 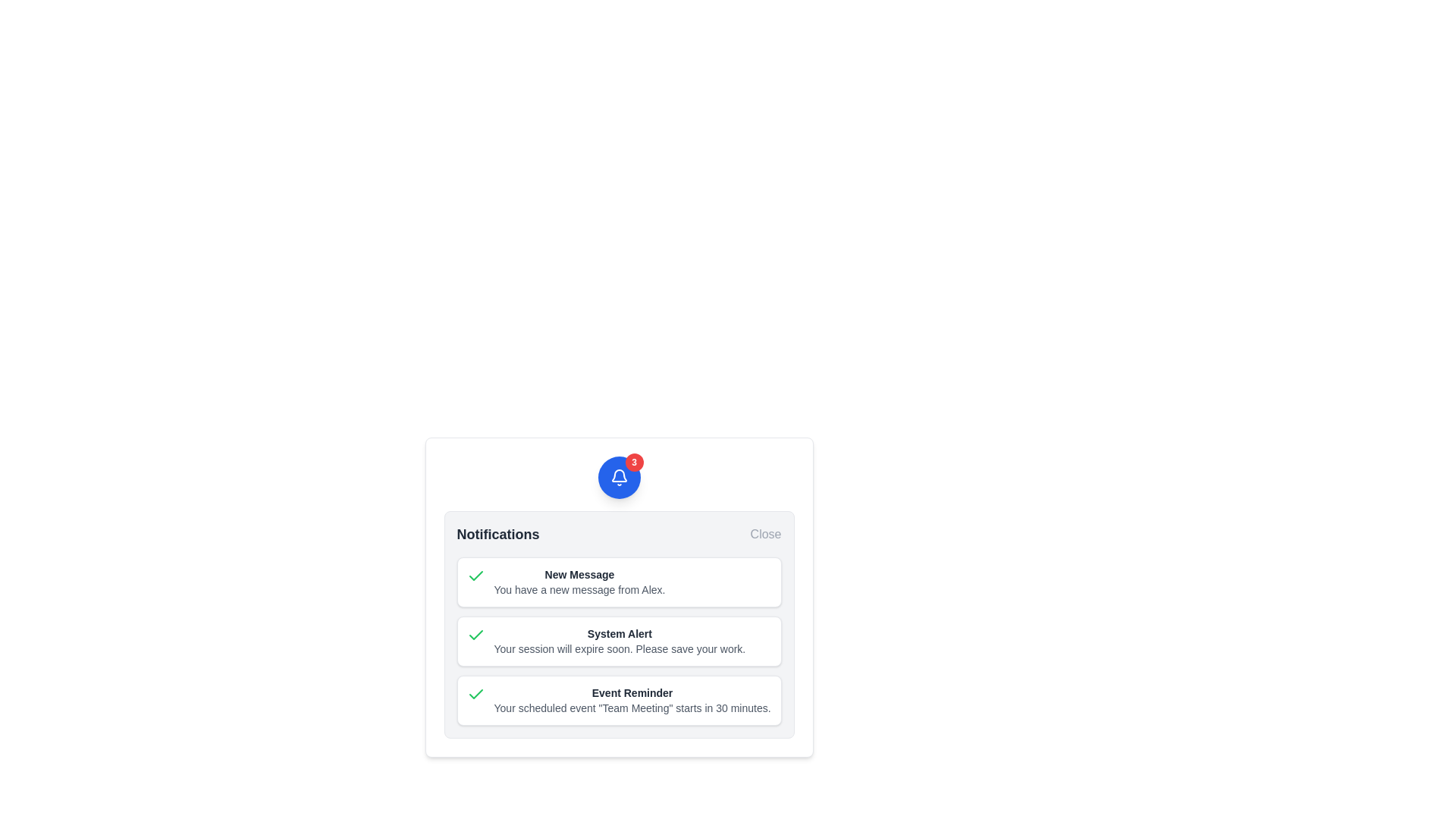 What do you see at coordinates (632, 693) in the screenshot?
I see `bold text label 'Event Reminder' located at the top of the last notification in the modal panel` at bounding box center [632, 693].